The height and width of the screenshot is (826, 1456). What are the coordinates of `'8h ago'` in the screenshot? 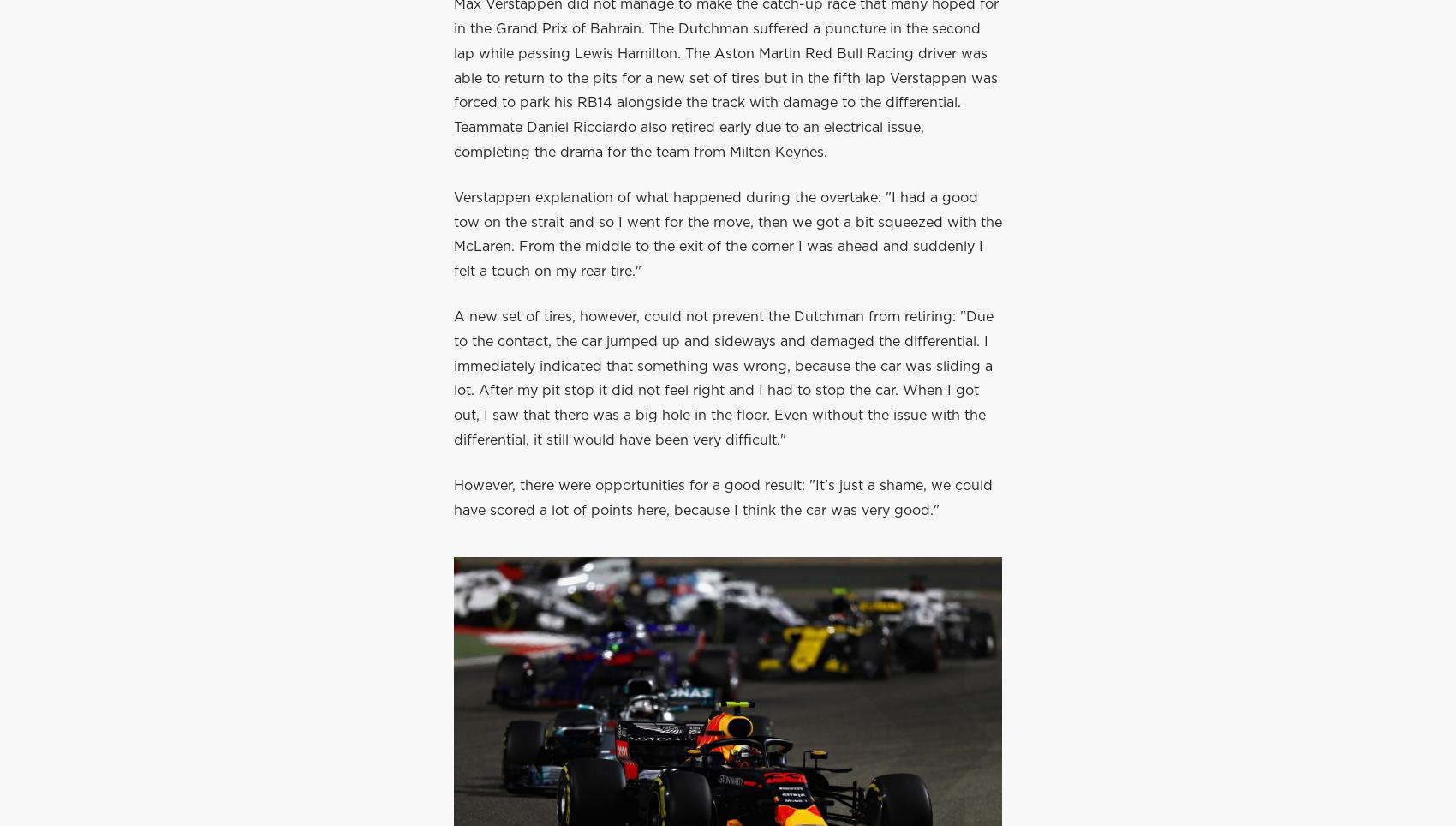 It's located at (366, 326).